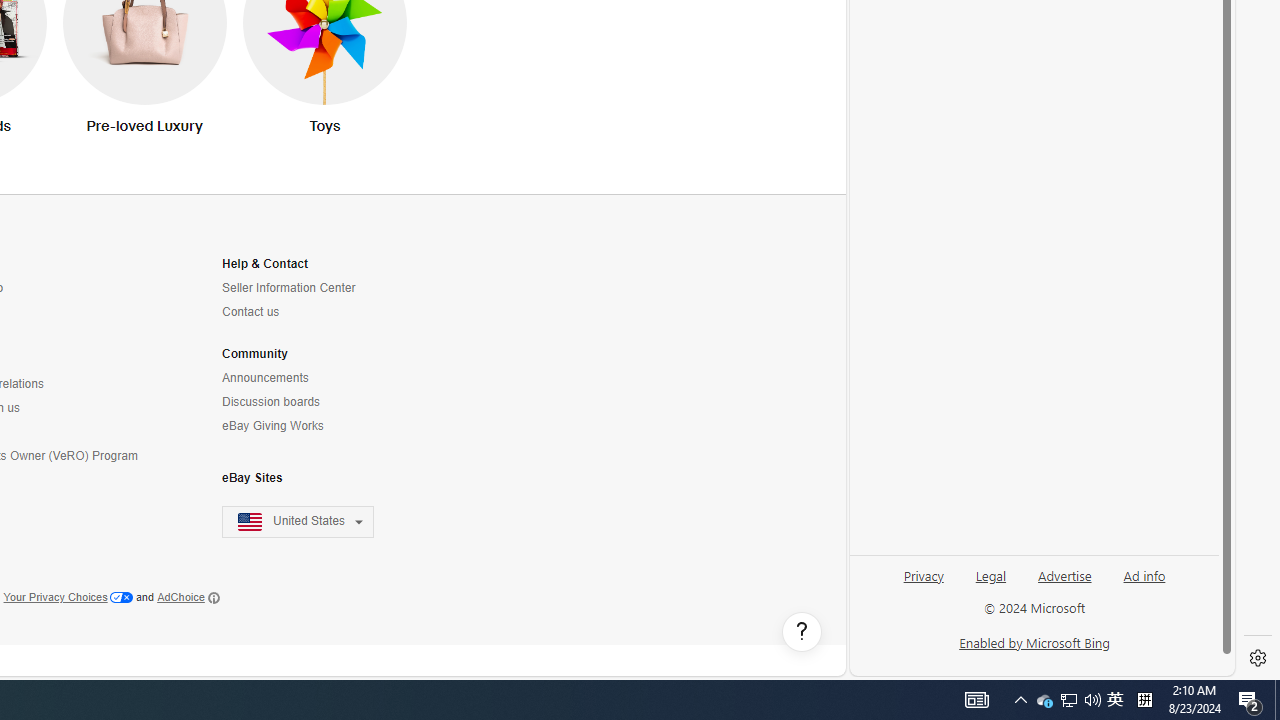 The width and height of the screenshot is (1280, 720). Describe the element at coordinates (801, 632) in the screenshot. I see `'Help, opens dialogs'` at that location.